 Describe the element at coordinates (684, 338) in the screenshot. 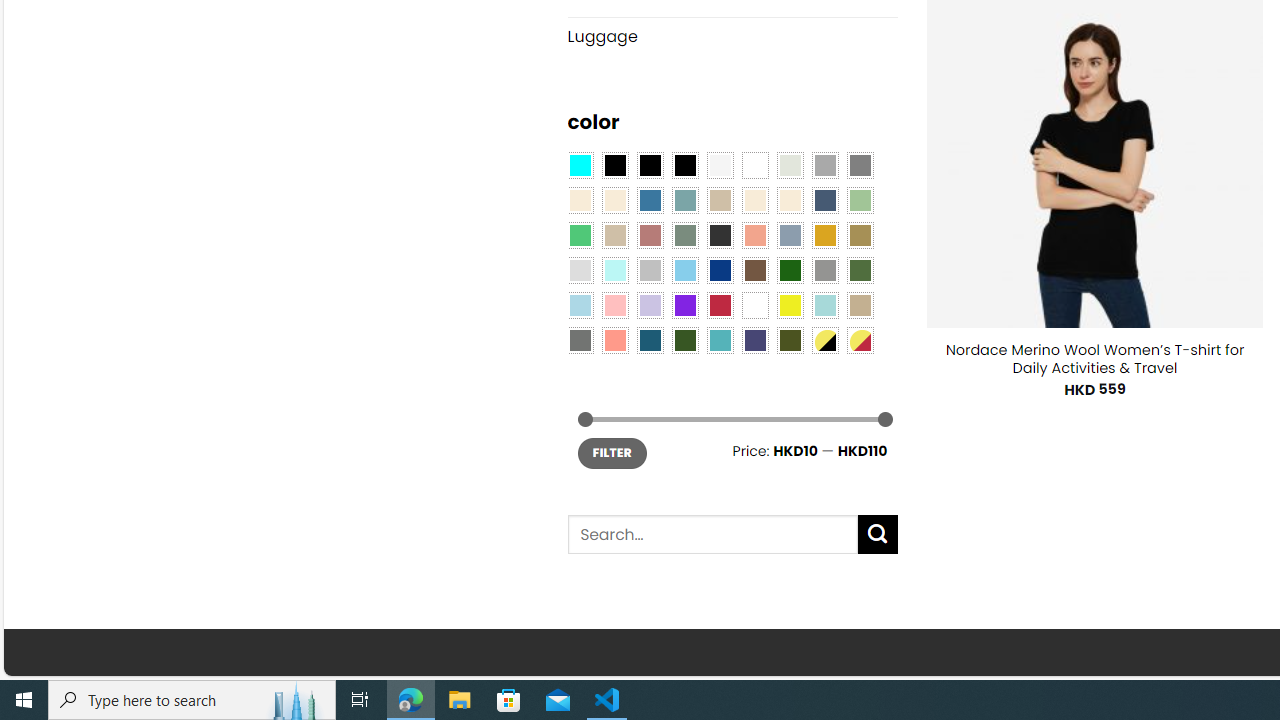

I see `'Forest'` at that location.